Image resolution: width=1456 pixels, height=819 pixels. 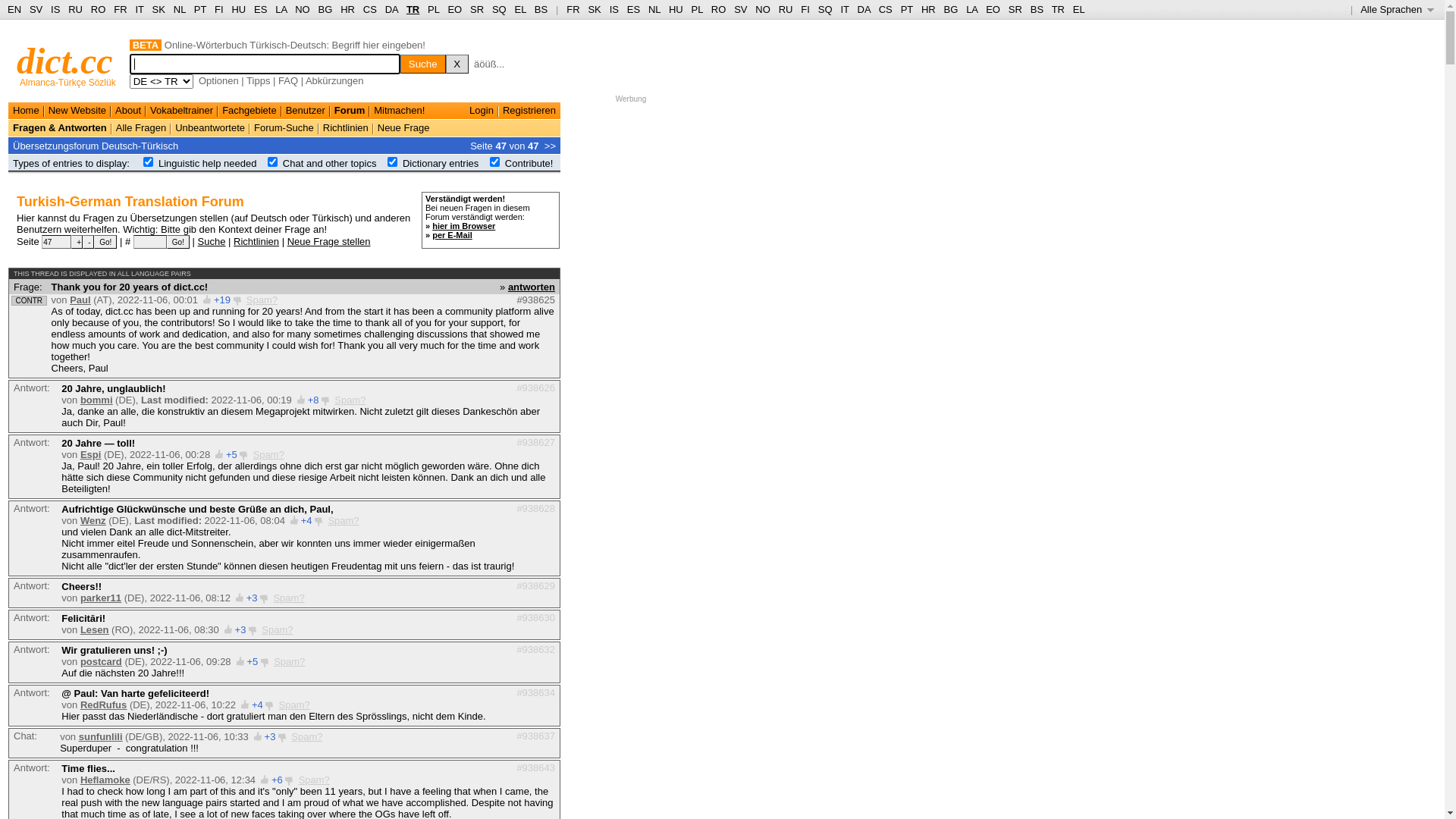 I want to click on 'Forum', so click(x=334, y=109).